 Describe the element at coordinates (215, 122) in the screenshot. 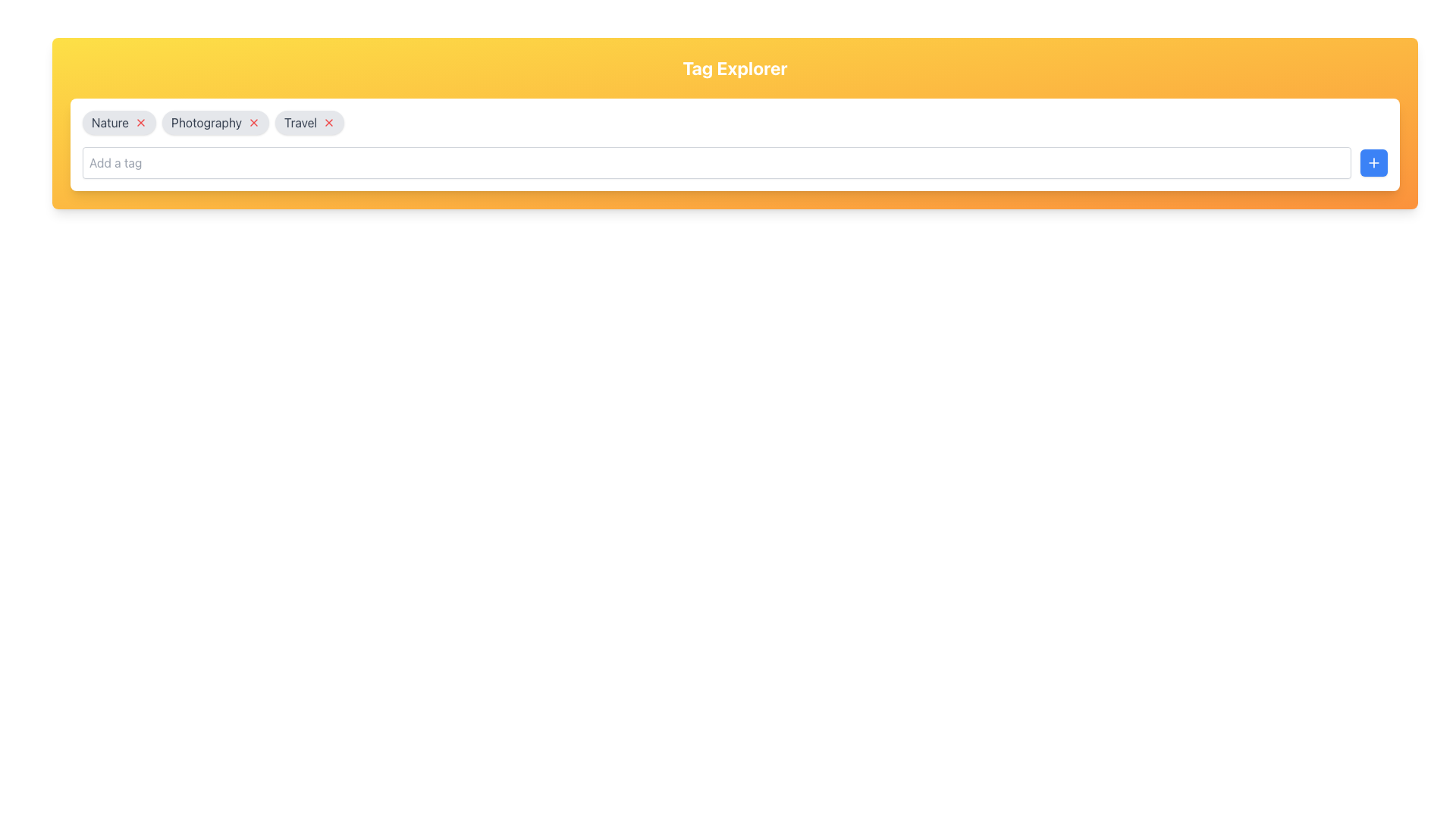

I see `the 'X' icon on the second tag representing a selected category, located between 'Nature' and 'Travel'` at that location.